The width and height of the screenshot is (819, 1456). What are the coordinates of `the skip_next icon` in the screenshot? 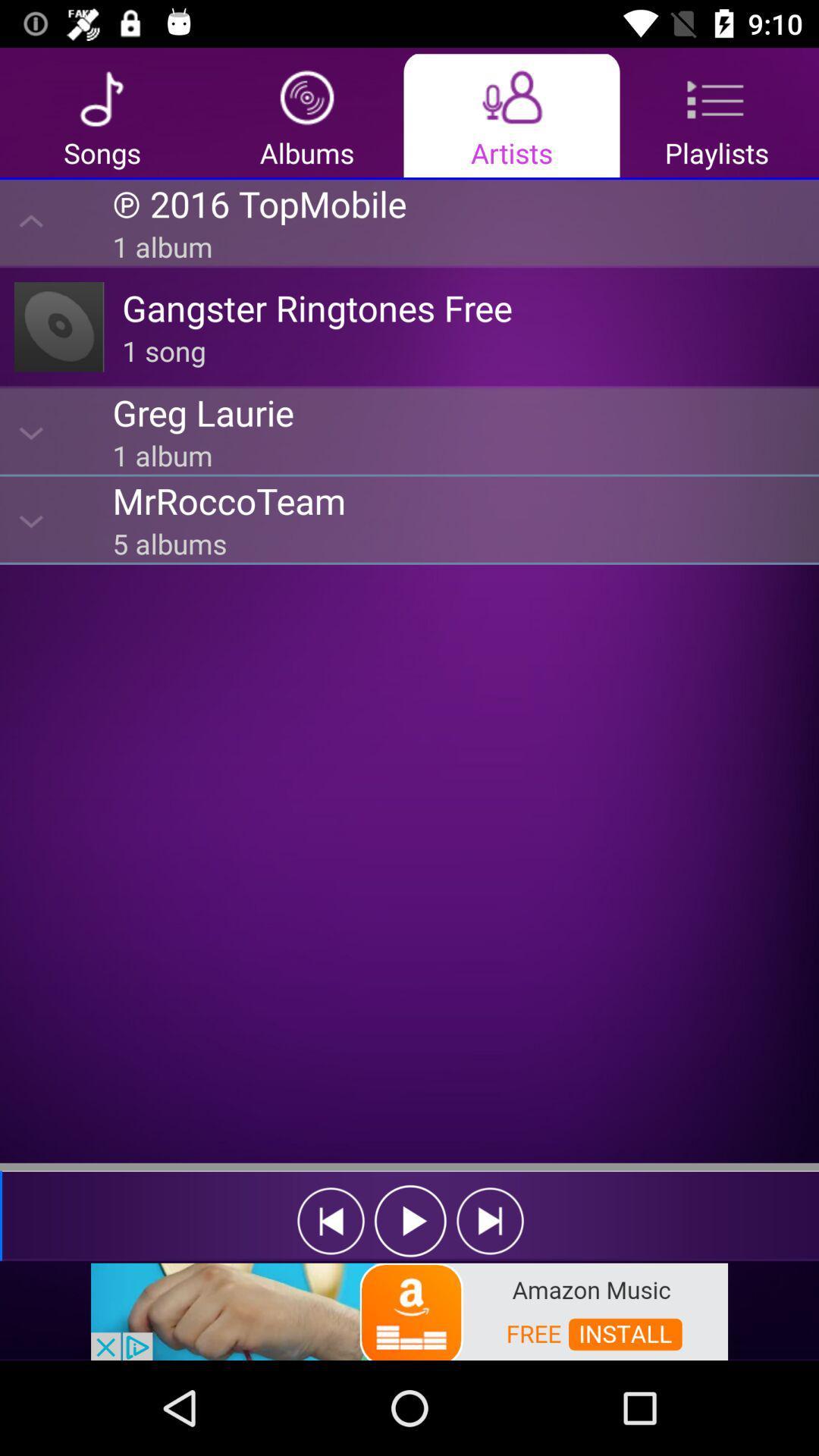 It's located at (490, 1221).